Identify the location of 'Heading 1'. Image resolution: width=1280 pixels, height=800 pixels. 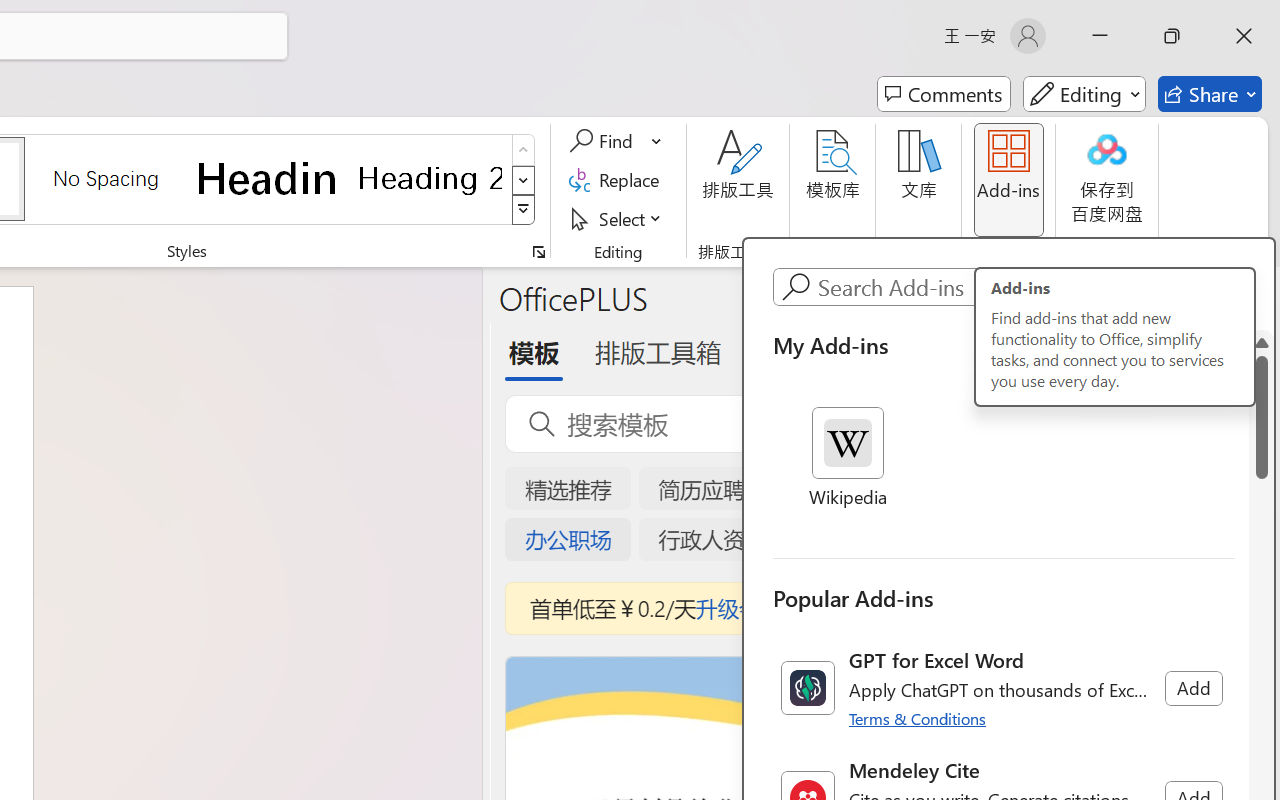
(267, 177).